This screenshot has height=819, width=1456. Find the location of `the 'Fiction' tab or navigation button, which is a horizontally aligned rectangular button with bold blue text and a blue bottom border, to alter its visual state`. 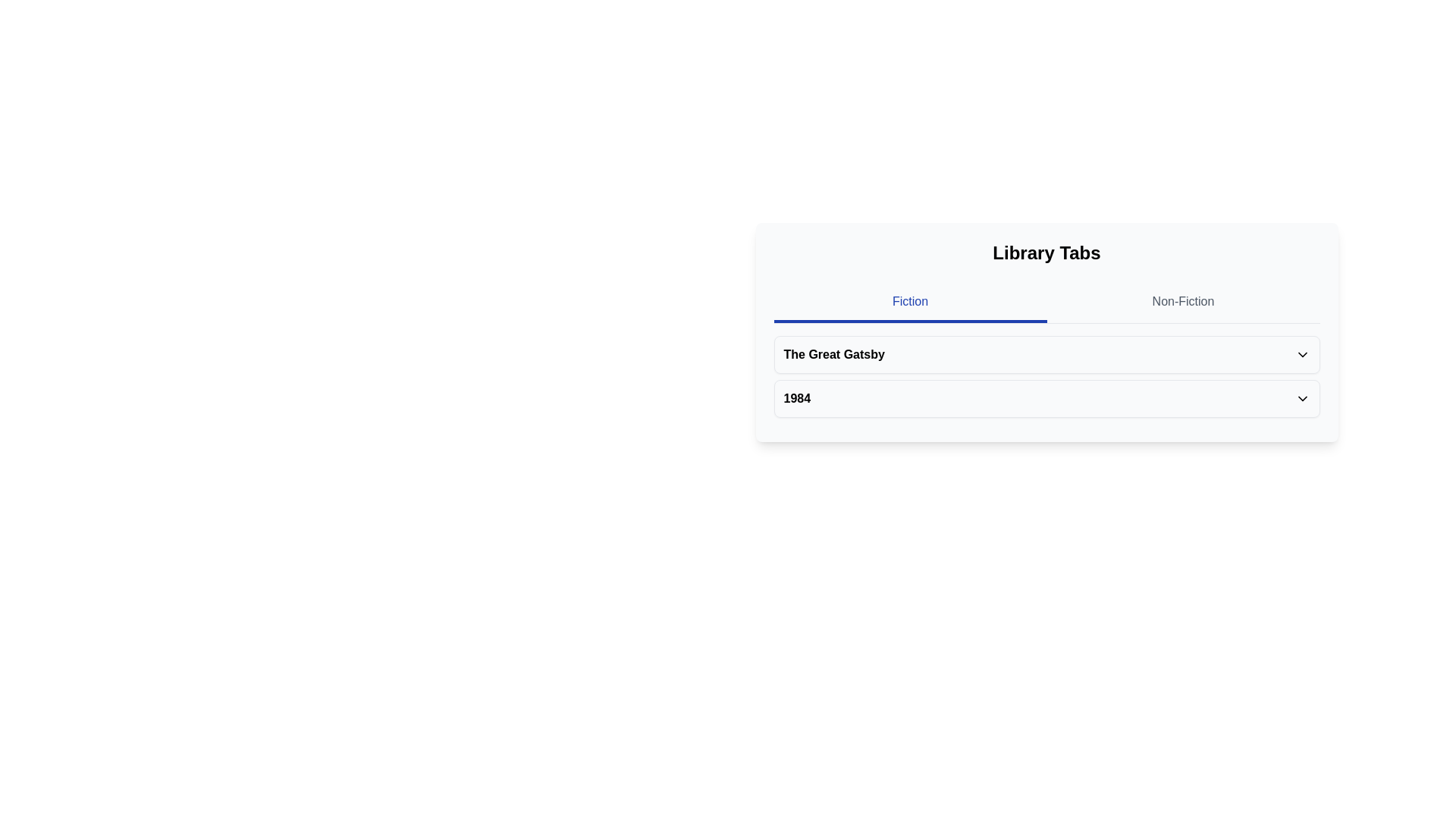

the 'Fiction' tab or navigation button, which is a horizontally aligned rectangular button with bold blue text and a blue bottom border, to alter its visual state is located at coordinates (910, 303).